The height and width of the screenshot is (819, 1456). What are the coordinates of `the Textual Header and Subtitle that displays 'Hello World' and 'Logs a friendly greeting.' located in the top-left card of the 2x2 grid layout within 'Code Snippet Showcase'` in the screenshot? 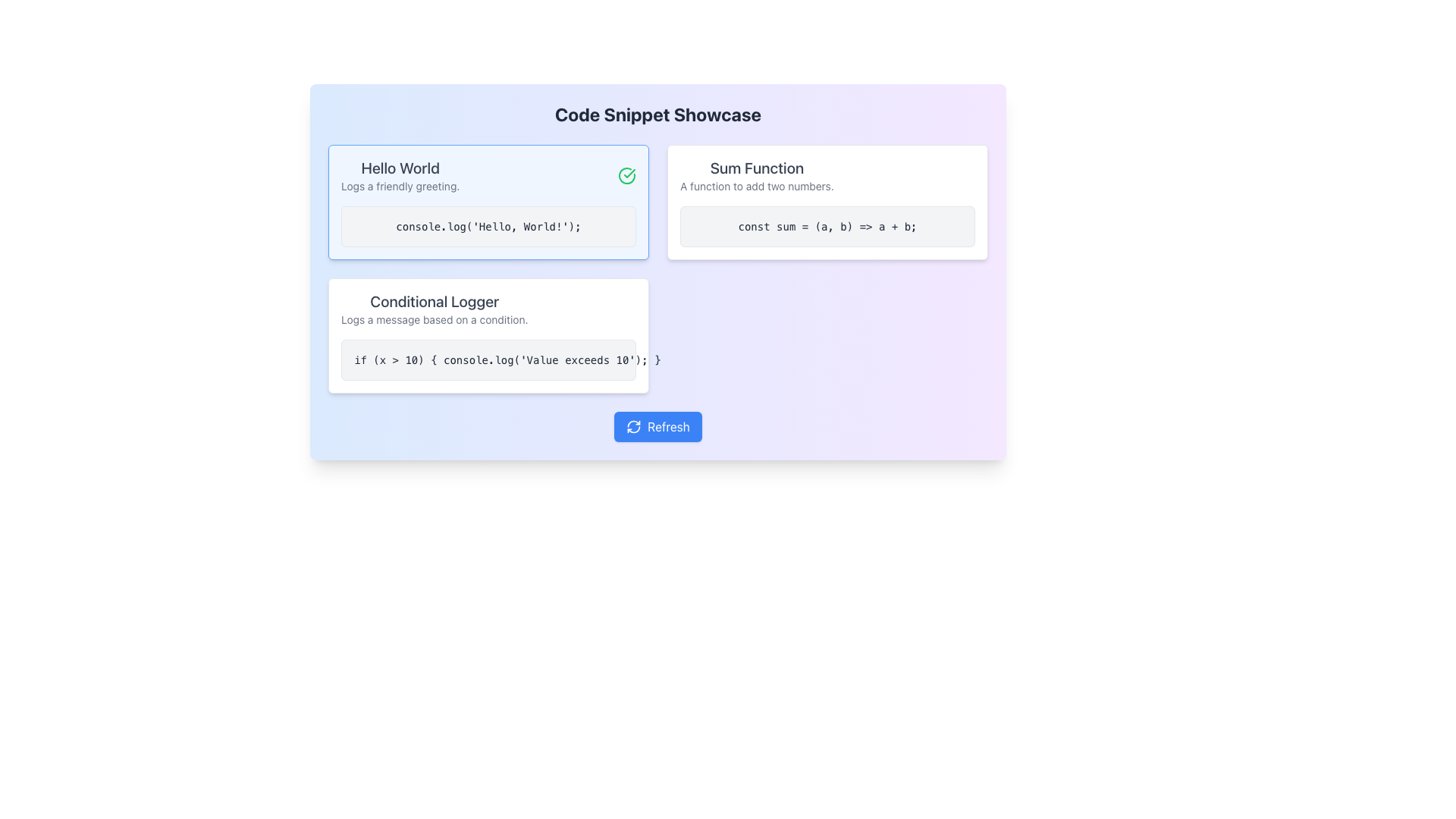 It's located at (400, 174).